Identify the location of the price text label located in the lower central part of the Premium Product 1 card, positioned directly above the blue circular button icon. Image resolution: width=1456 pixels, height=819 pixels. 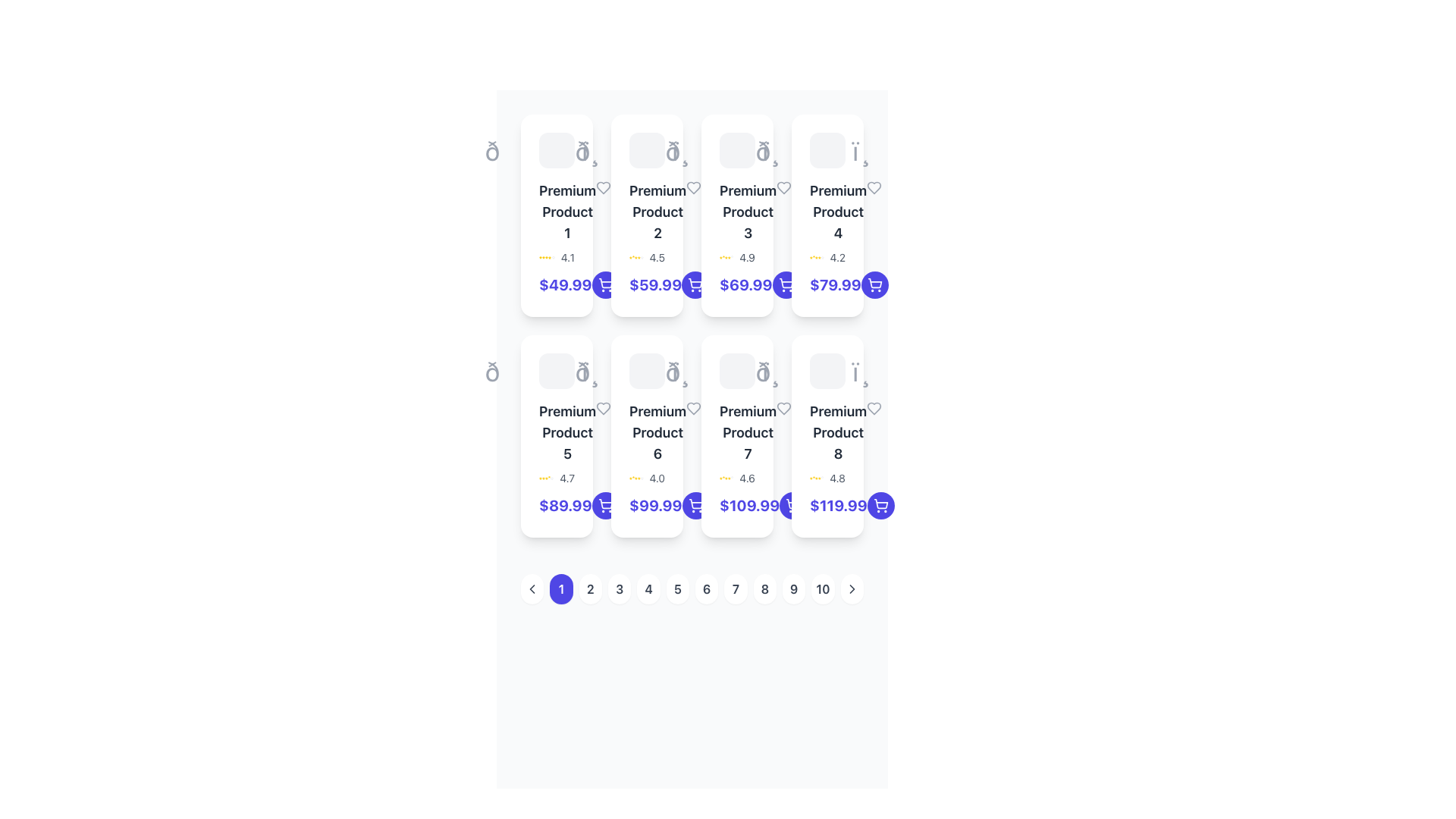
(556, 284).